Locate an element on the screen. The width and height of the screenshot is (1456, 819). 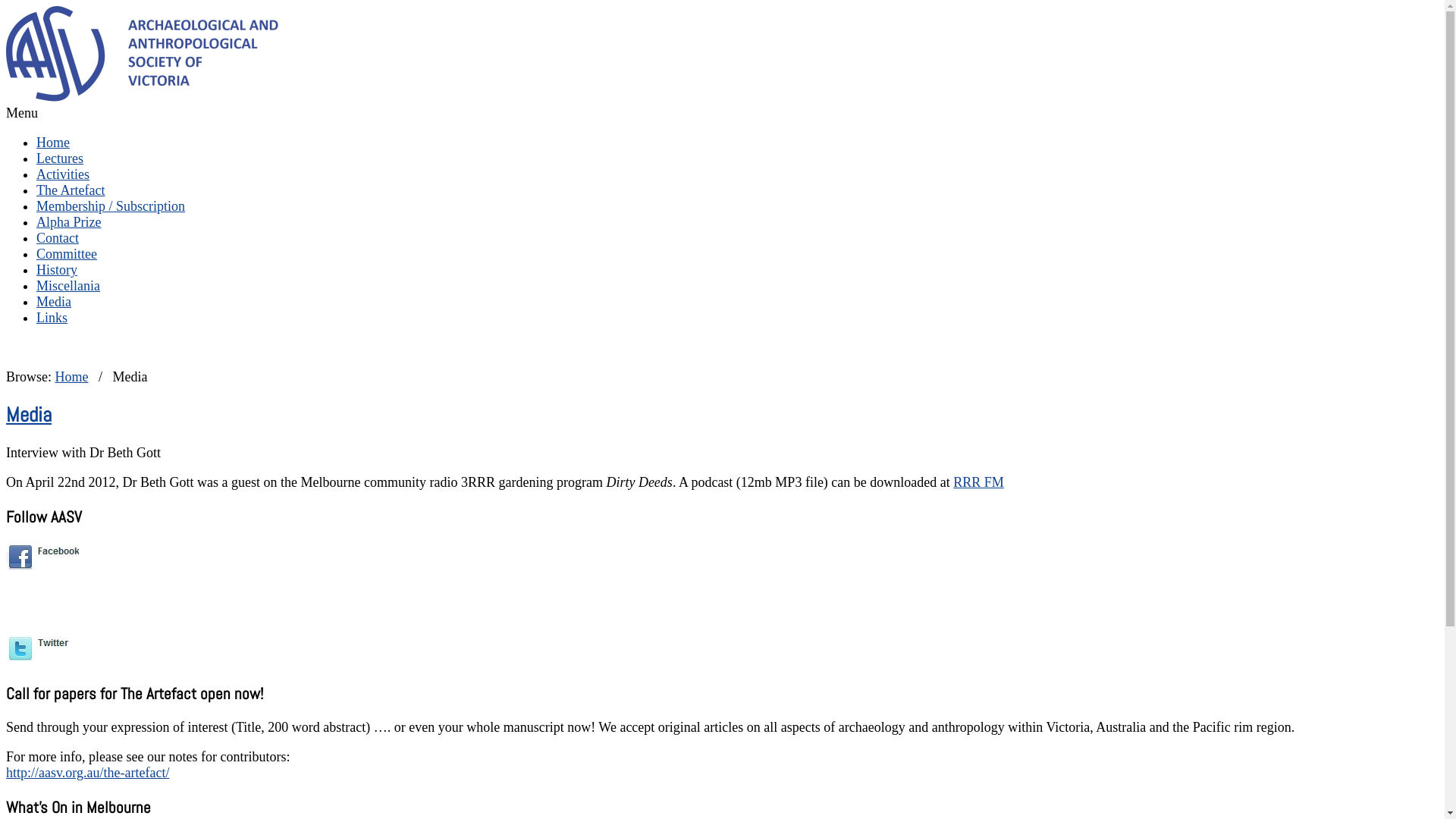
'Contact' is located at coordinates (58, 237).